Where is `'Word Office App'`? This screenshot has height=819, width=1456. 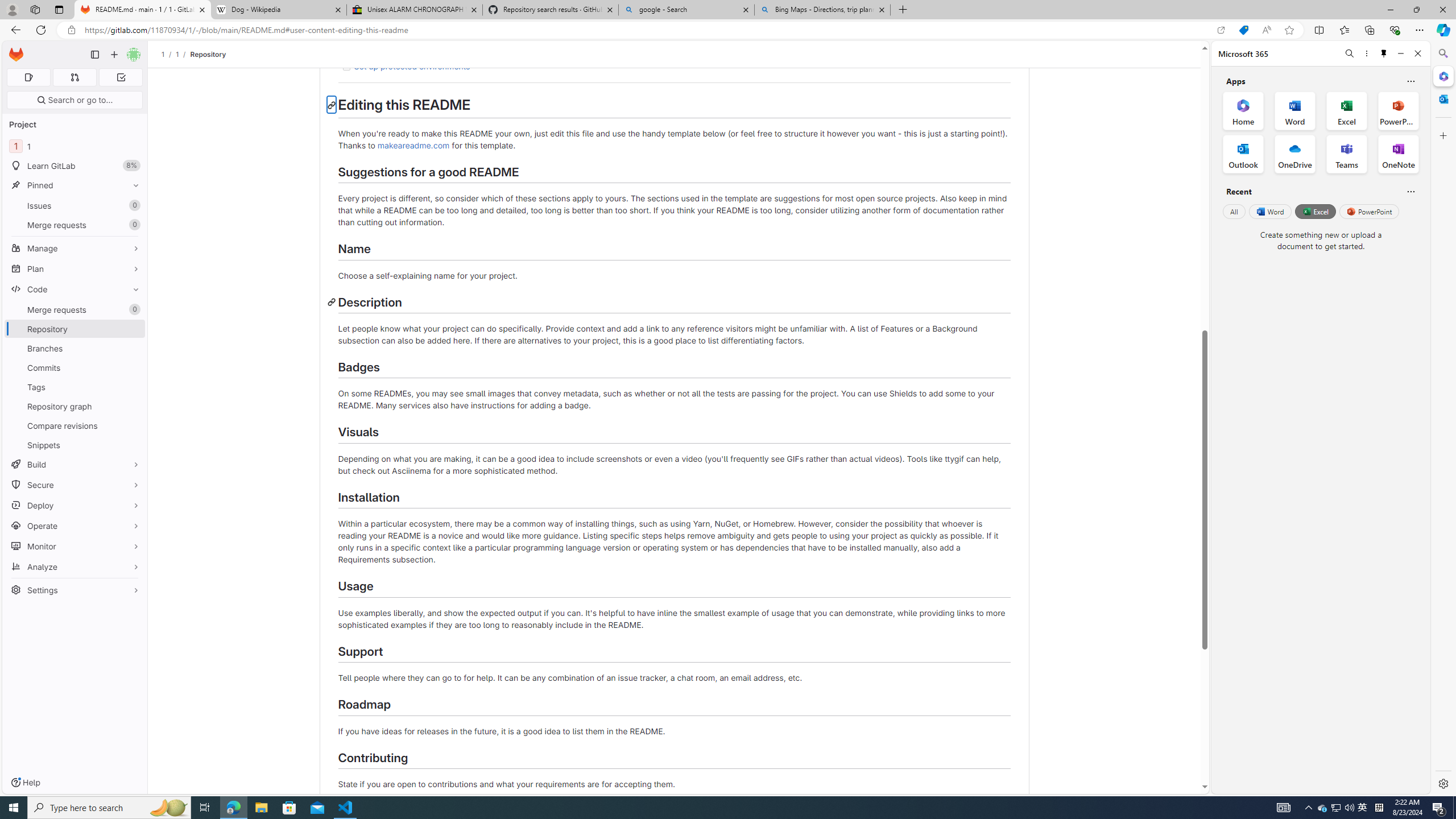 'Word Office App' is located at coordinates (1294, 111).